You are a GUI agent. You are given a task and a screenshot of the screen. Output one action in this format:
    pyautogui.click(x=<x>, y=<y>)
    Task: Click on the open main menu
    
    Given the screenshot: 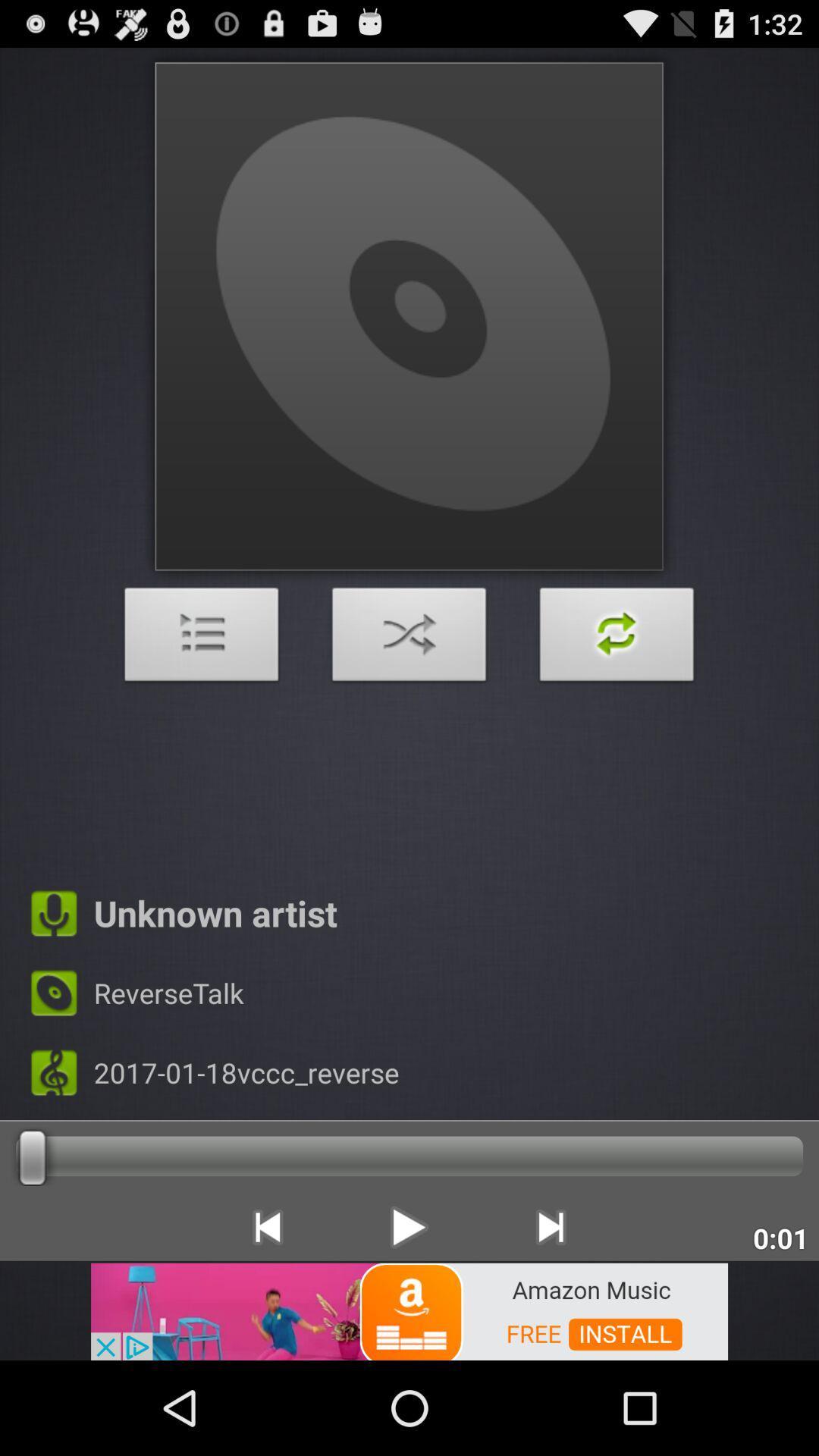 What is the action you would take?
    pyautogui.click(x=201, y=639)
    